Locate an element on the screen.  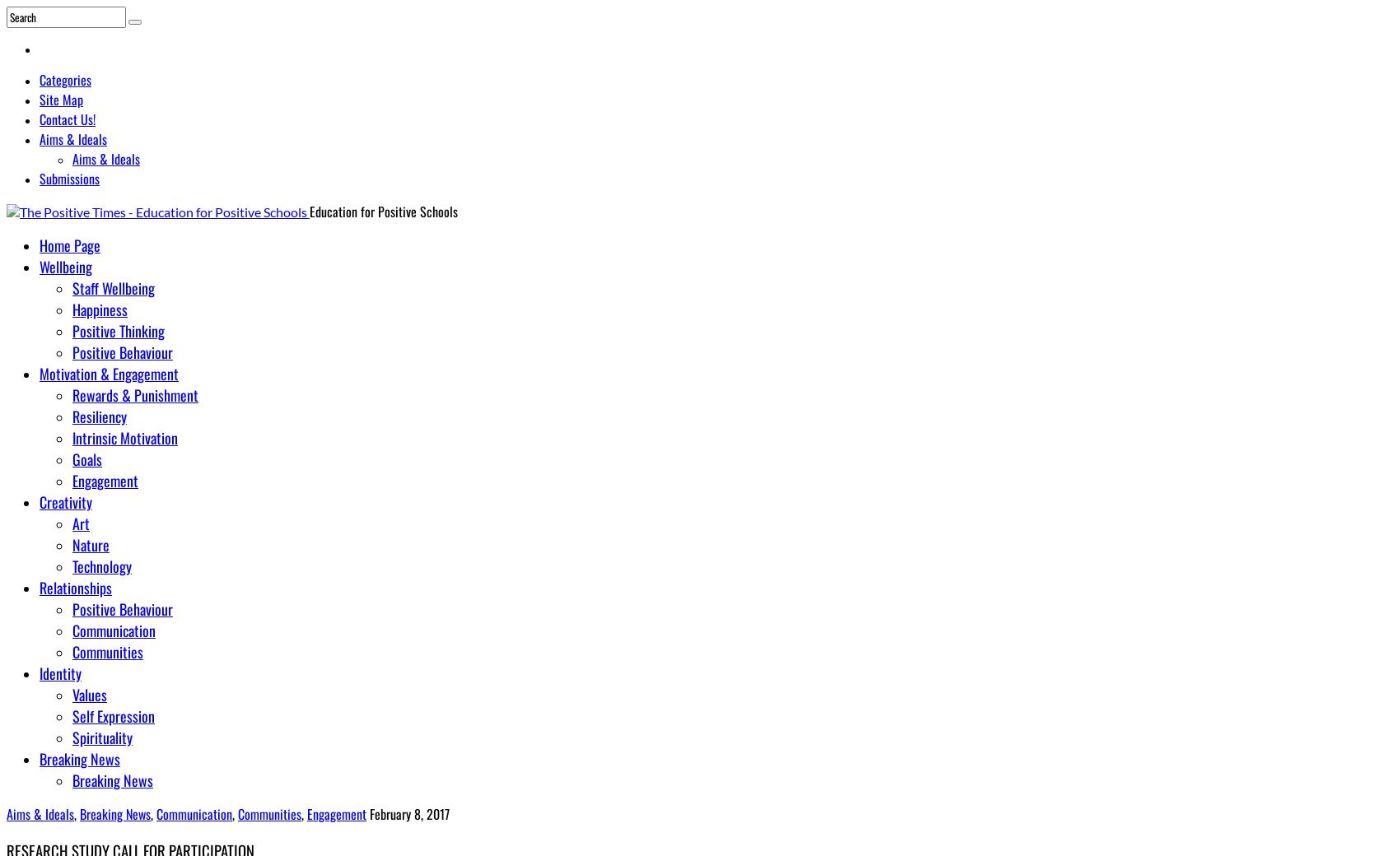
'Identity' is located at coordinates (60, 672).